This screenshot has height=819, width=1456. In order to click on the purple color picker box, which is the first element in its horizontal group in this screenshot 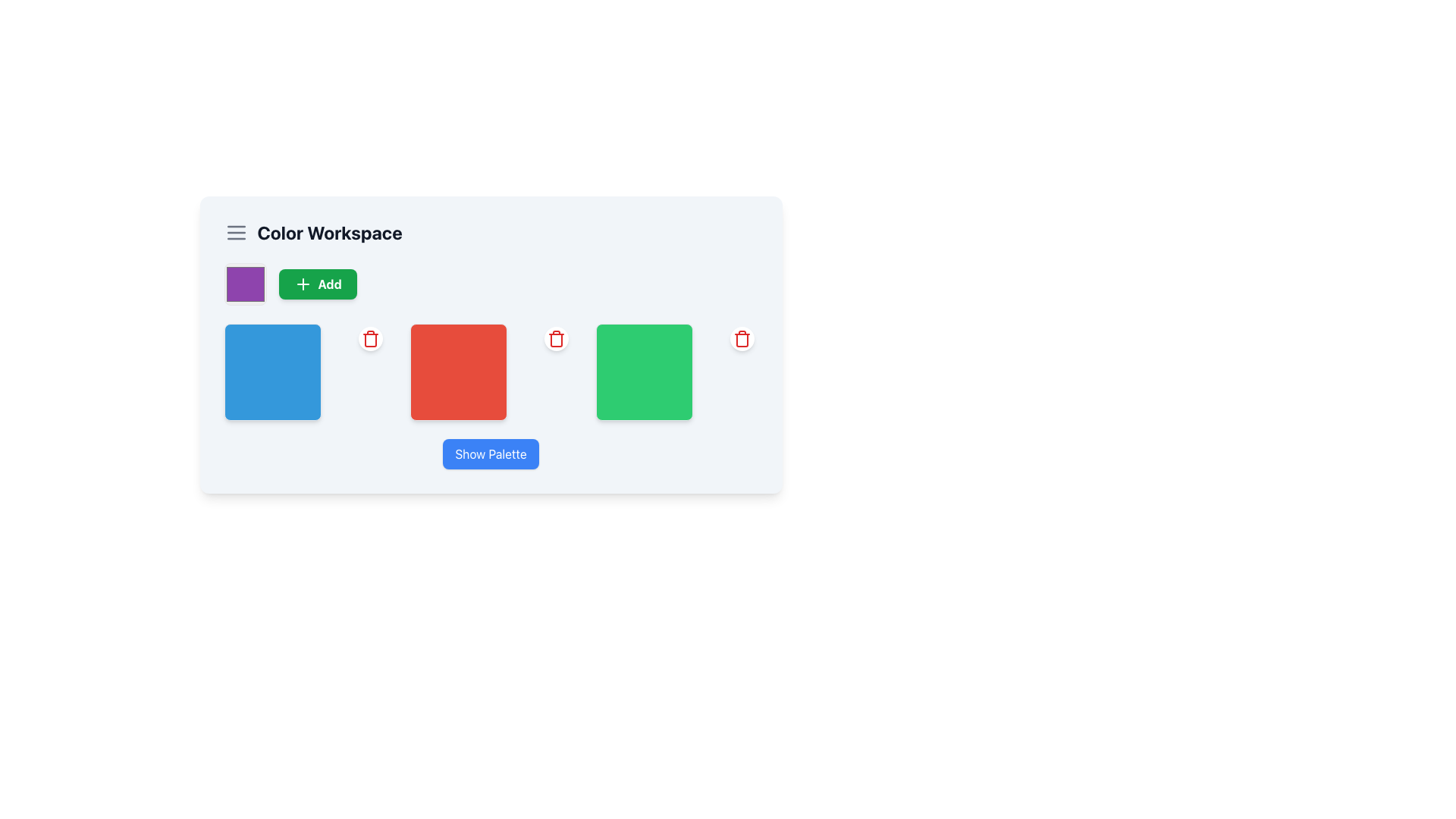, I will do `click(245, 284)`.